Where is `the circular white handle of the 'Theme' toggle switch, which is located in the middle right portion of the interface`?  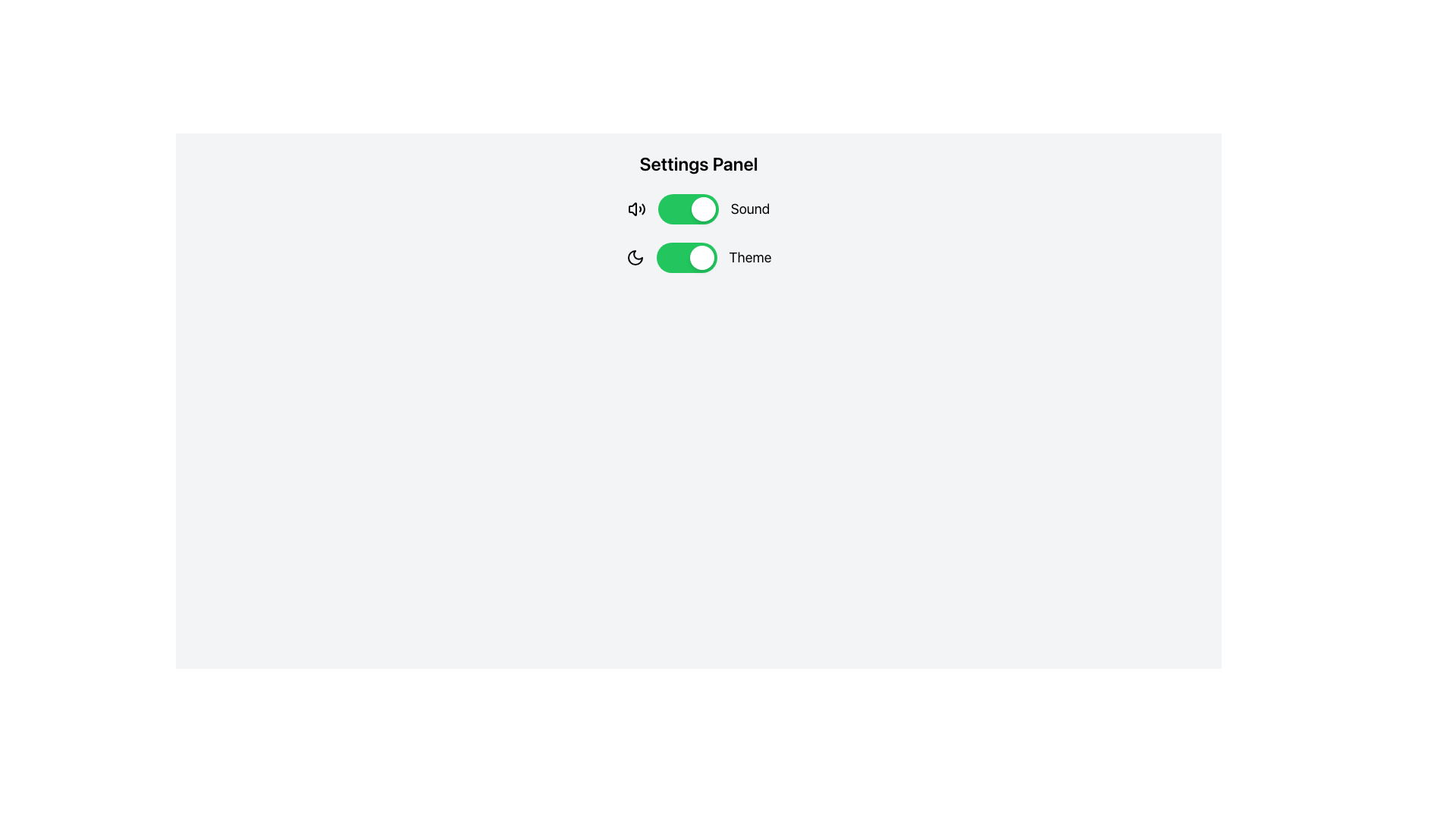 the circular white handle of the 'Theme' toggle switch, which is located in the middle right portion of the interface is located at coordinates (713, 256).